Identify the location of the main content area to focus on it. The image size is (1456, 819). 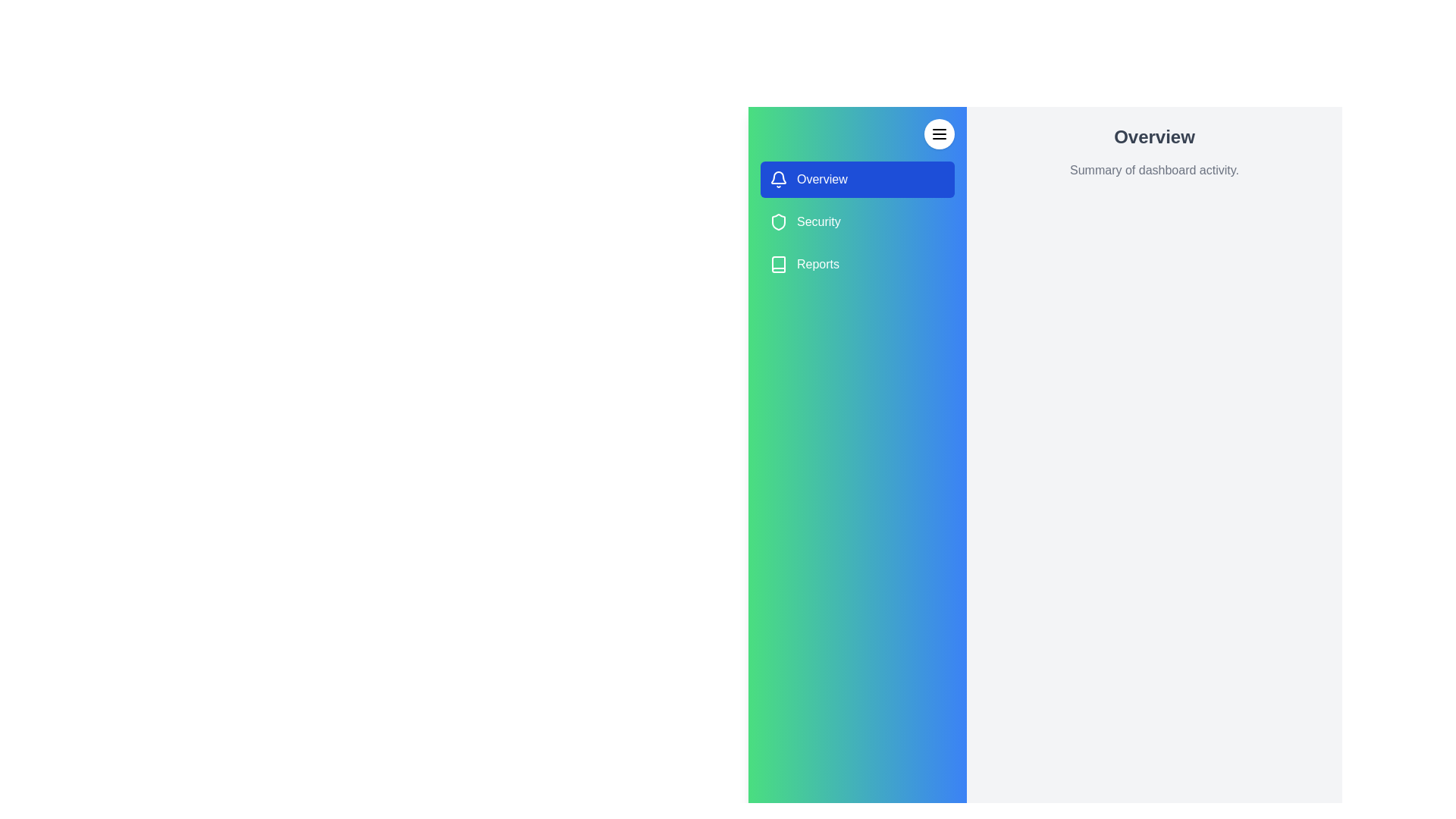
(1153, 516).